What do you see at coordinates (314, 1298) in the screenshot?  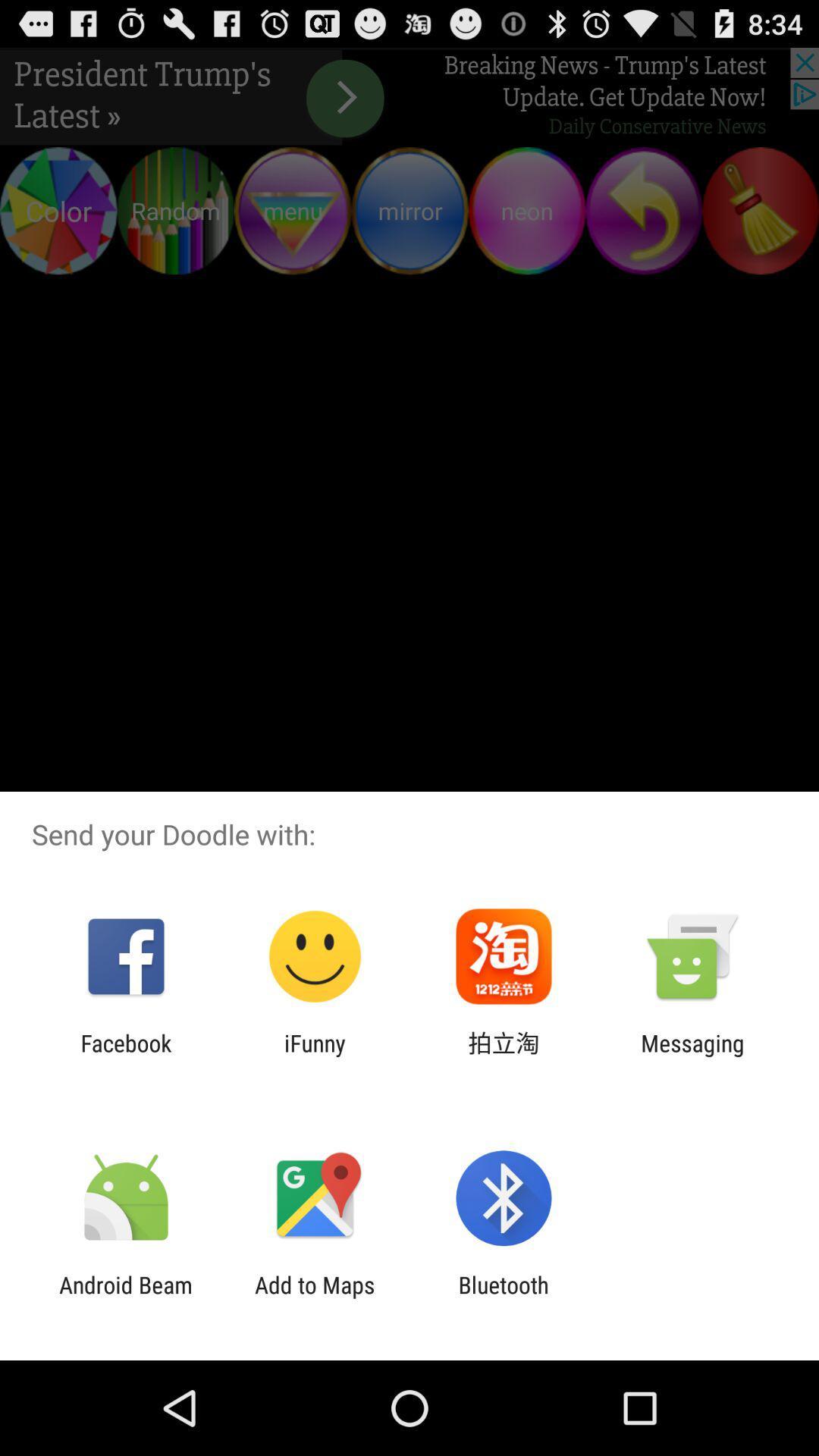 I see `app next to the android beam` at bounding box center [314, 1298].